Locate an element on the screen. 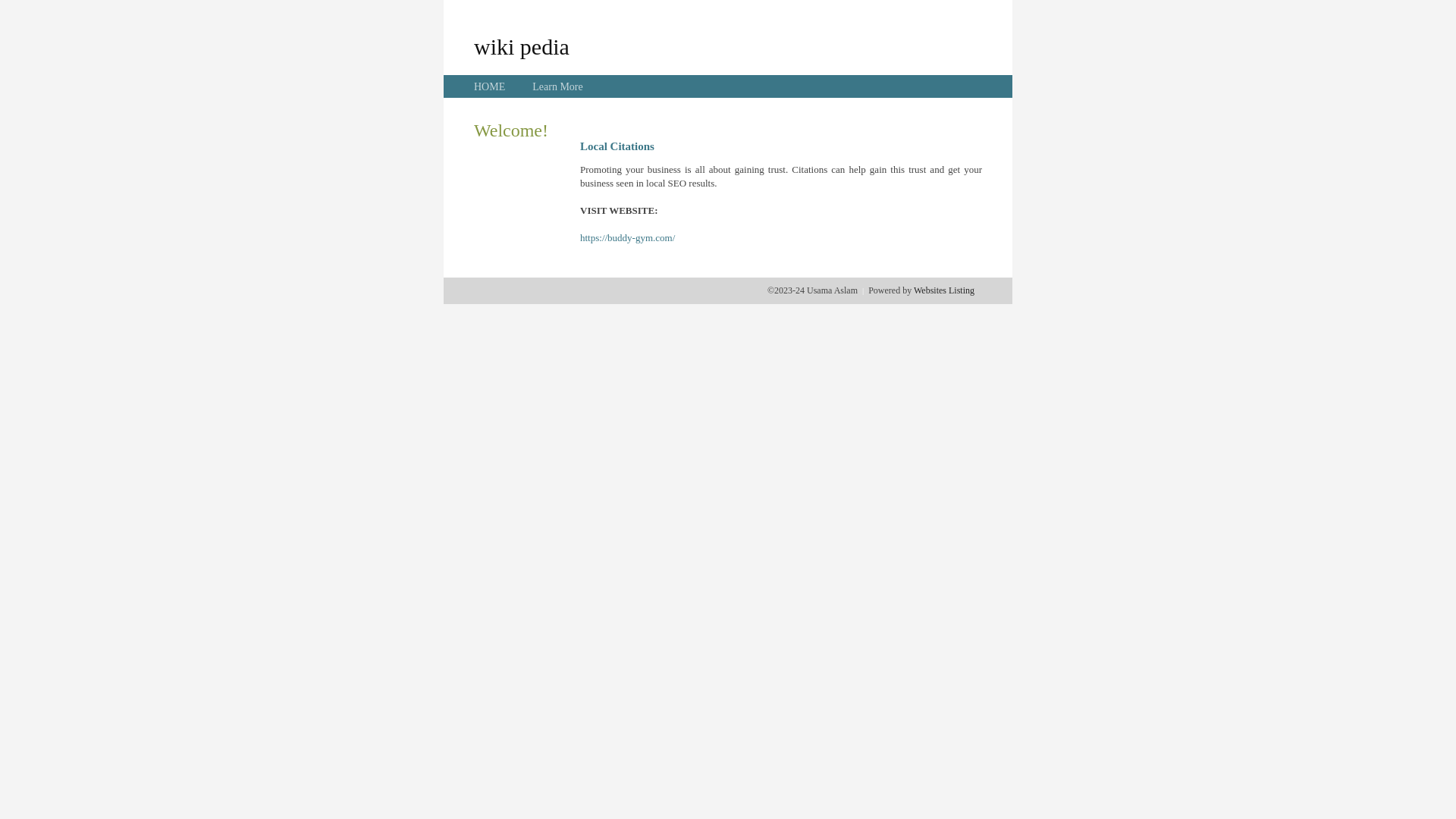 The width and height of the screenshot is (1456, 819). 'https://buddy-gym.com/' is located at coordinates (627, 237).